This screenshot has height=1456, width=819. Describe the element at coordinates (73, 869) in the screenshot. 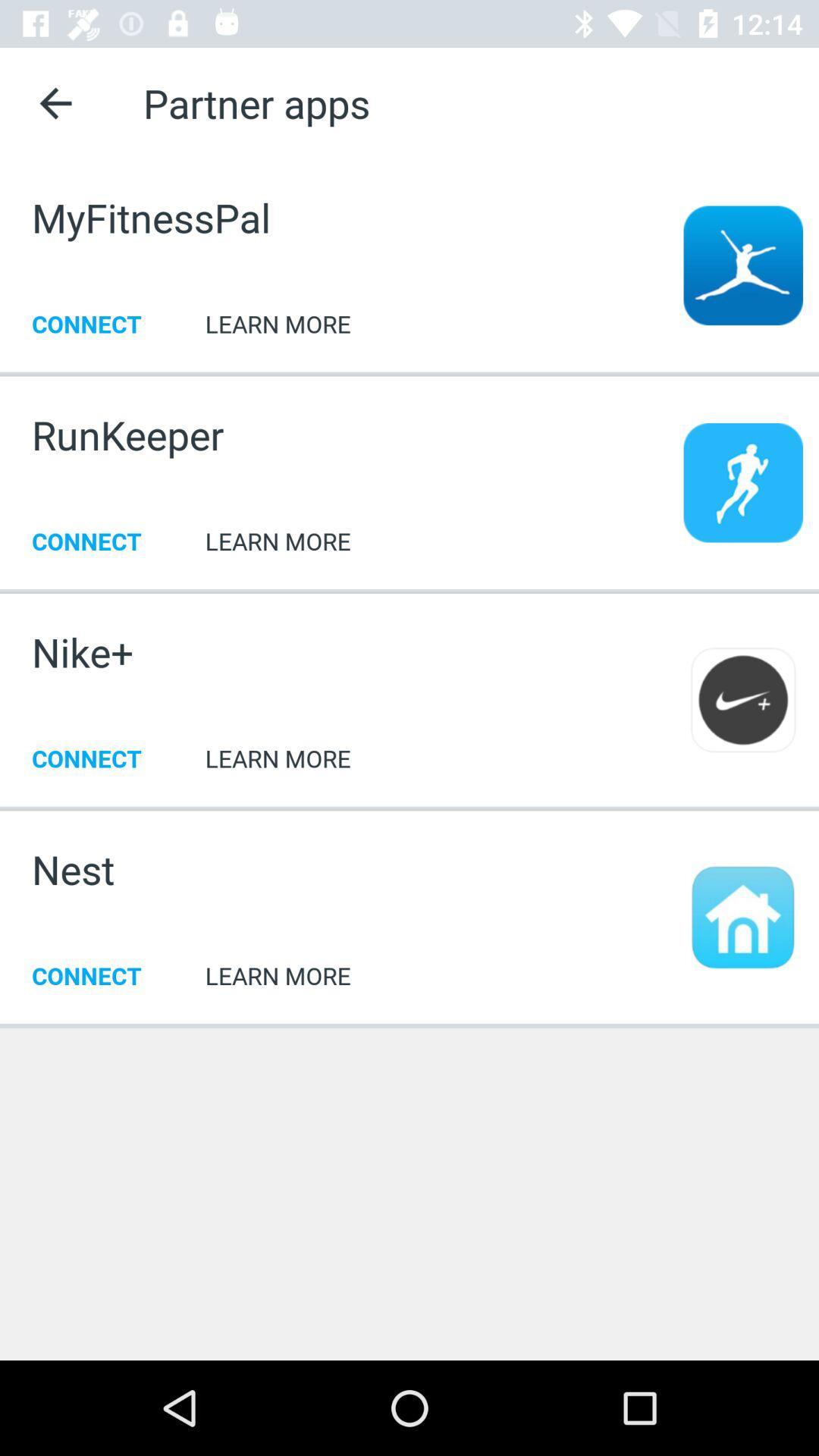

I see `nest item` at that location.